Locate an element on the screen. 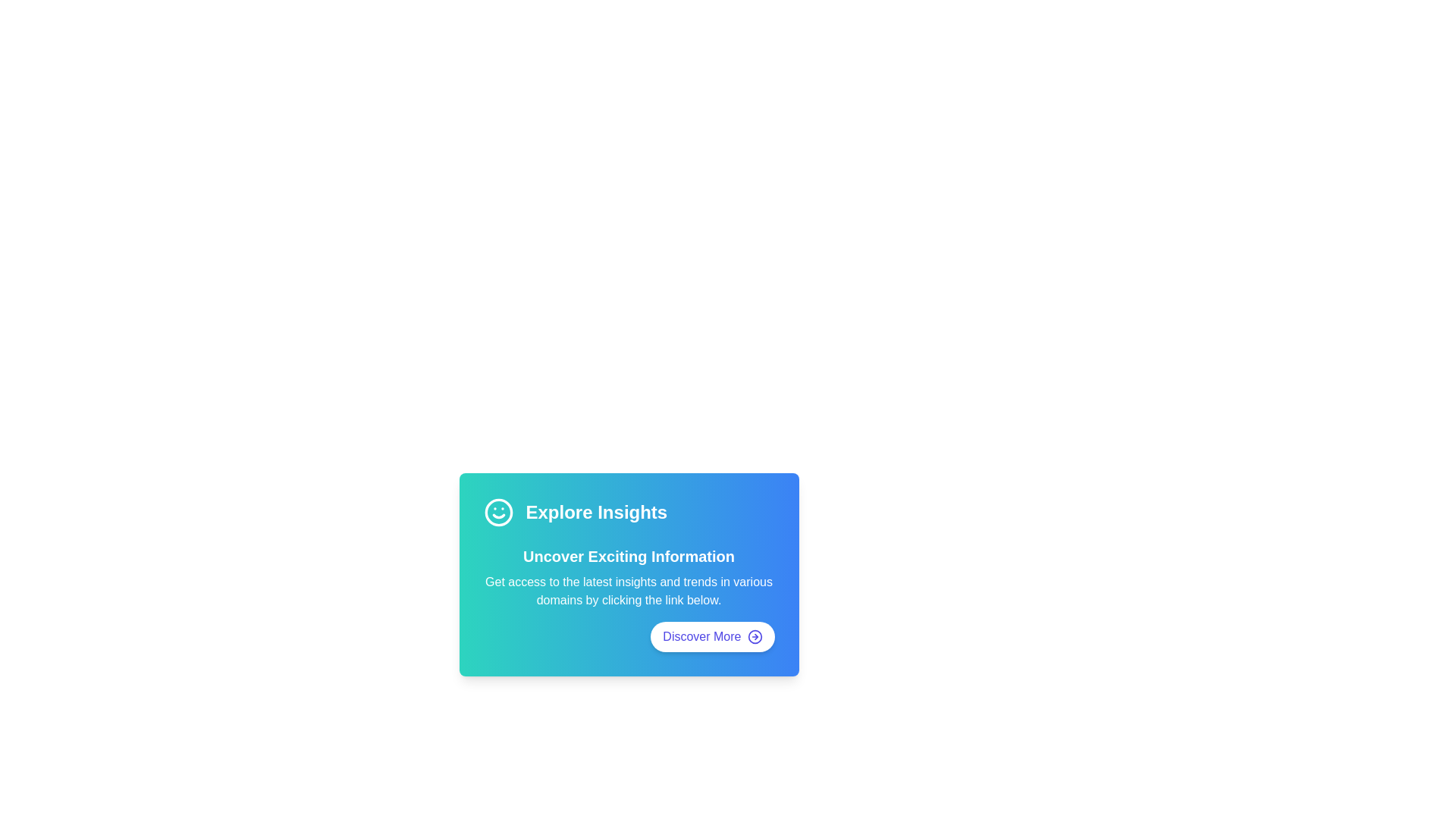 The height and width of the screenshot is (819, 1456). the circular blue icon with a right-pointing arrow, located to the right of the text 'Discover More' inside a button at the bottom right of the card-like panel is located at coordinates (755, 637).